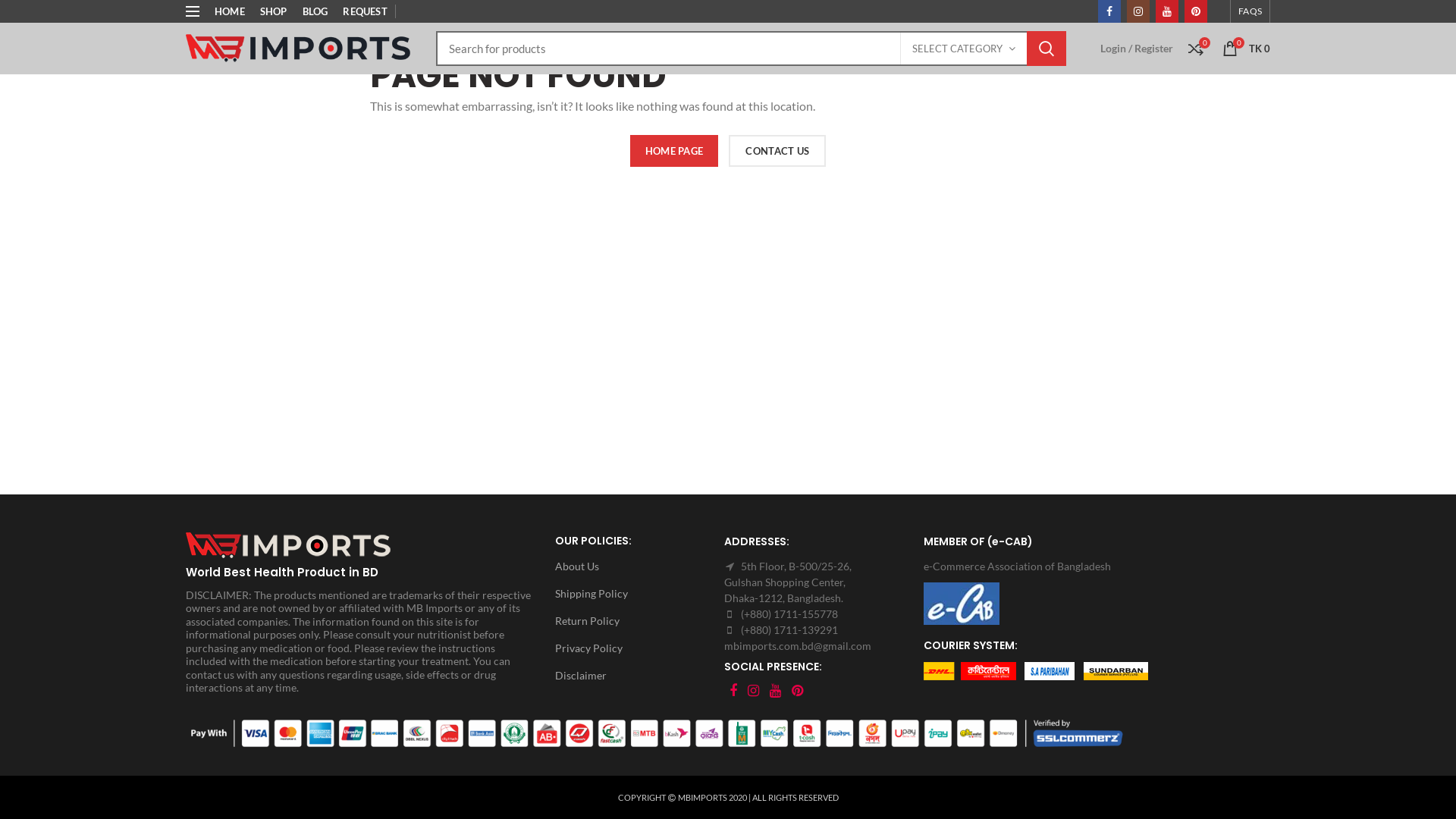 This screenshot has width=1456, height=819. What do you see at coordinates (635, 620) in the screenshot?
I see `'Return Policy'` at bounding box center [635, 620].